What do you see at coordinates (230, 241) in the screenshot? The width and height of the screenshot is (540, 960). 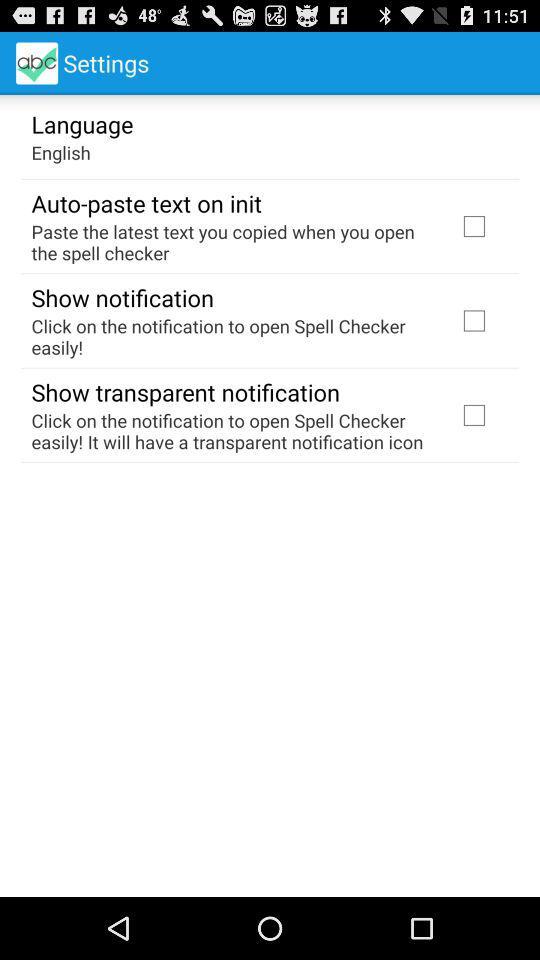 I see `the icon below auto paste text` at bounding box center [230, 241].